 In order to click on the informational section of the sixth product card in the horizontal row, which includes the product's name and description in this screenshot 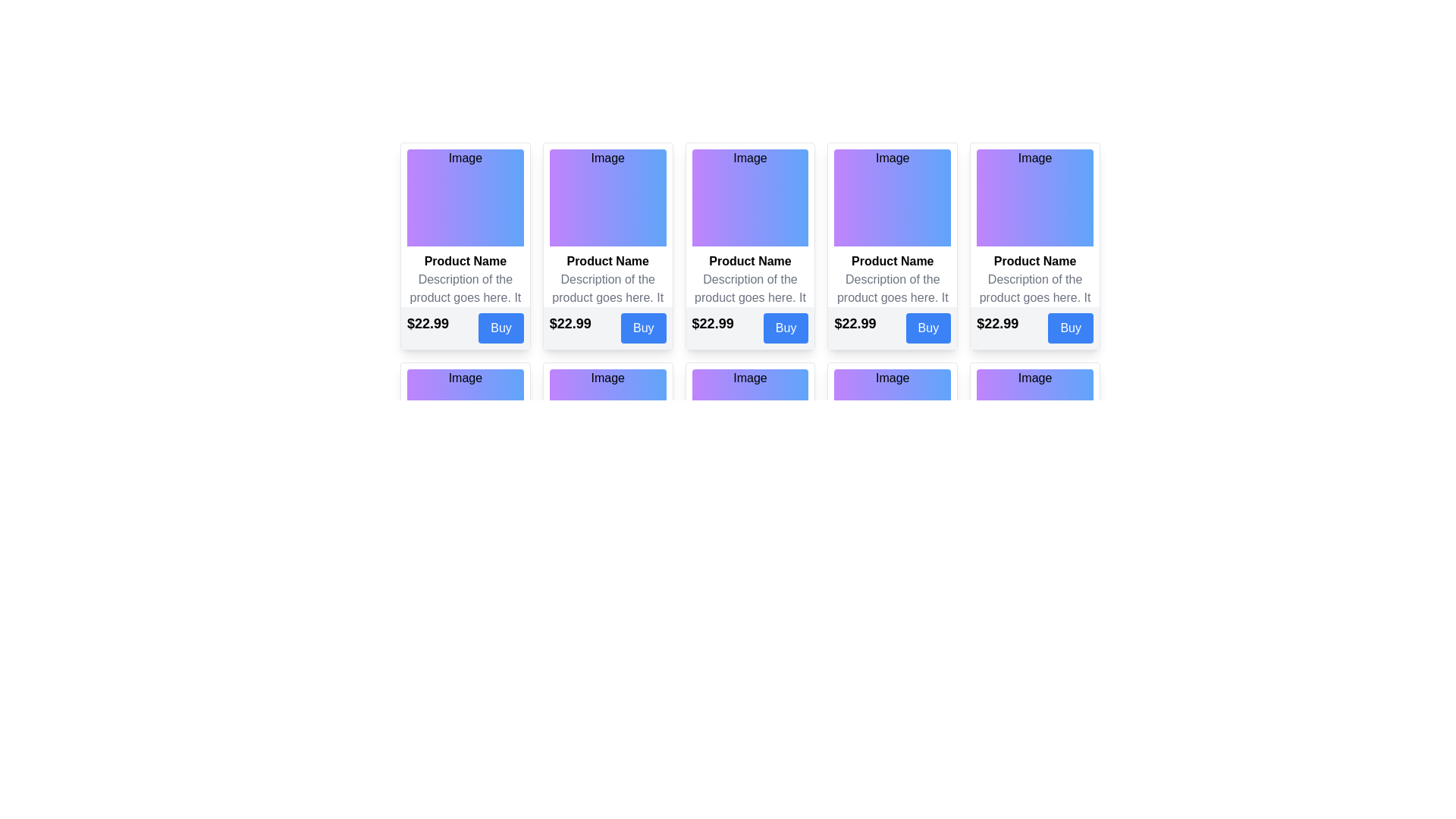, I will do `click(1034, 245)`.